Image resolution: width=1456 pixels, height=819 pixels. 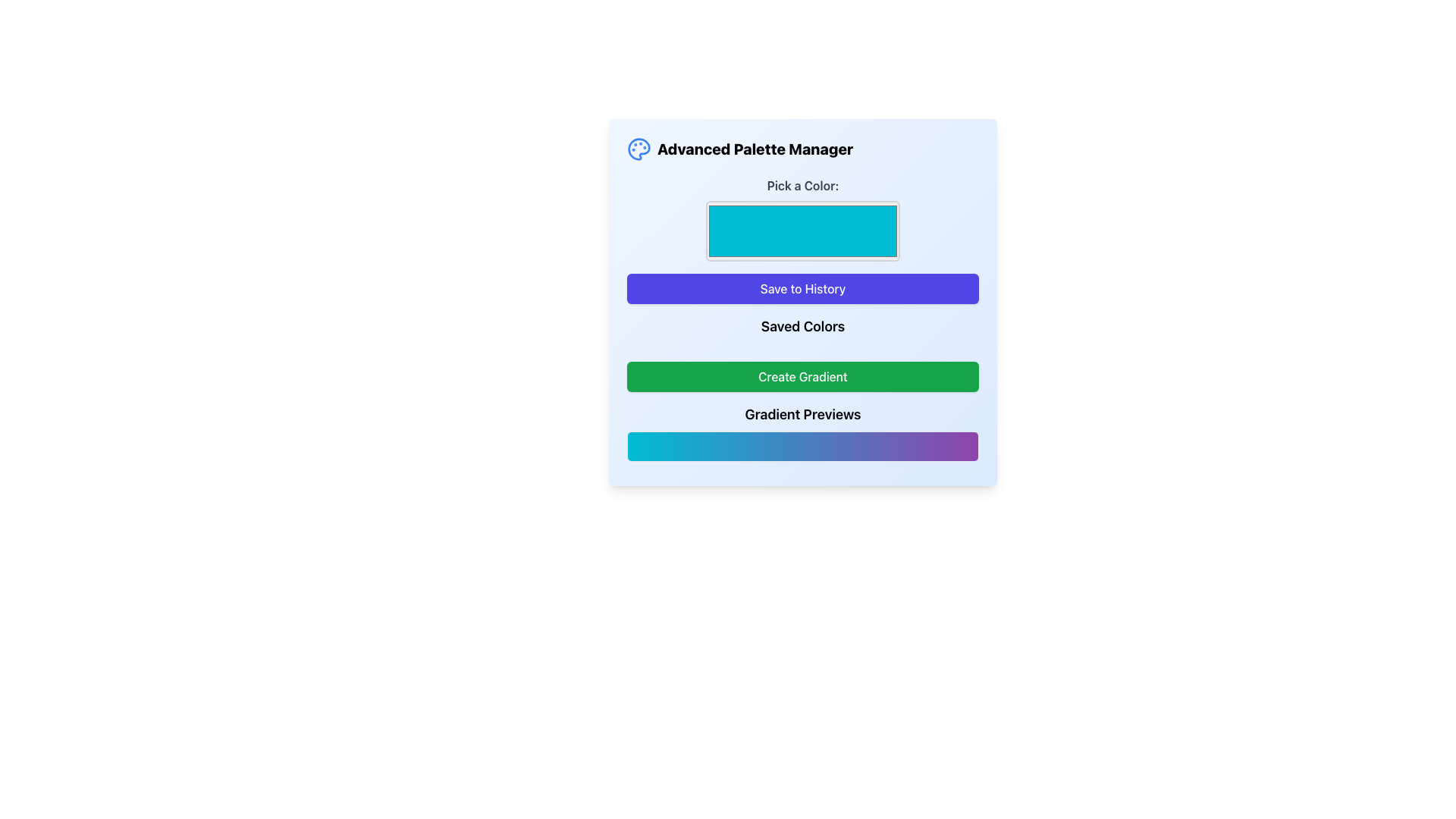 What do you see at coordinates (802, 289) in the screenshot?
I see `the save color button located centrally below the 'Pick a Color' field and above the 'Saved Colors' label` at bounding box center [802, 289].